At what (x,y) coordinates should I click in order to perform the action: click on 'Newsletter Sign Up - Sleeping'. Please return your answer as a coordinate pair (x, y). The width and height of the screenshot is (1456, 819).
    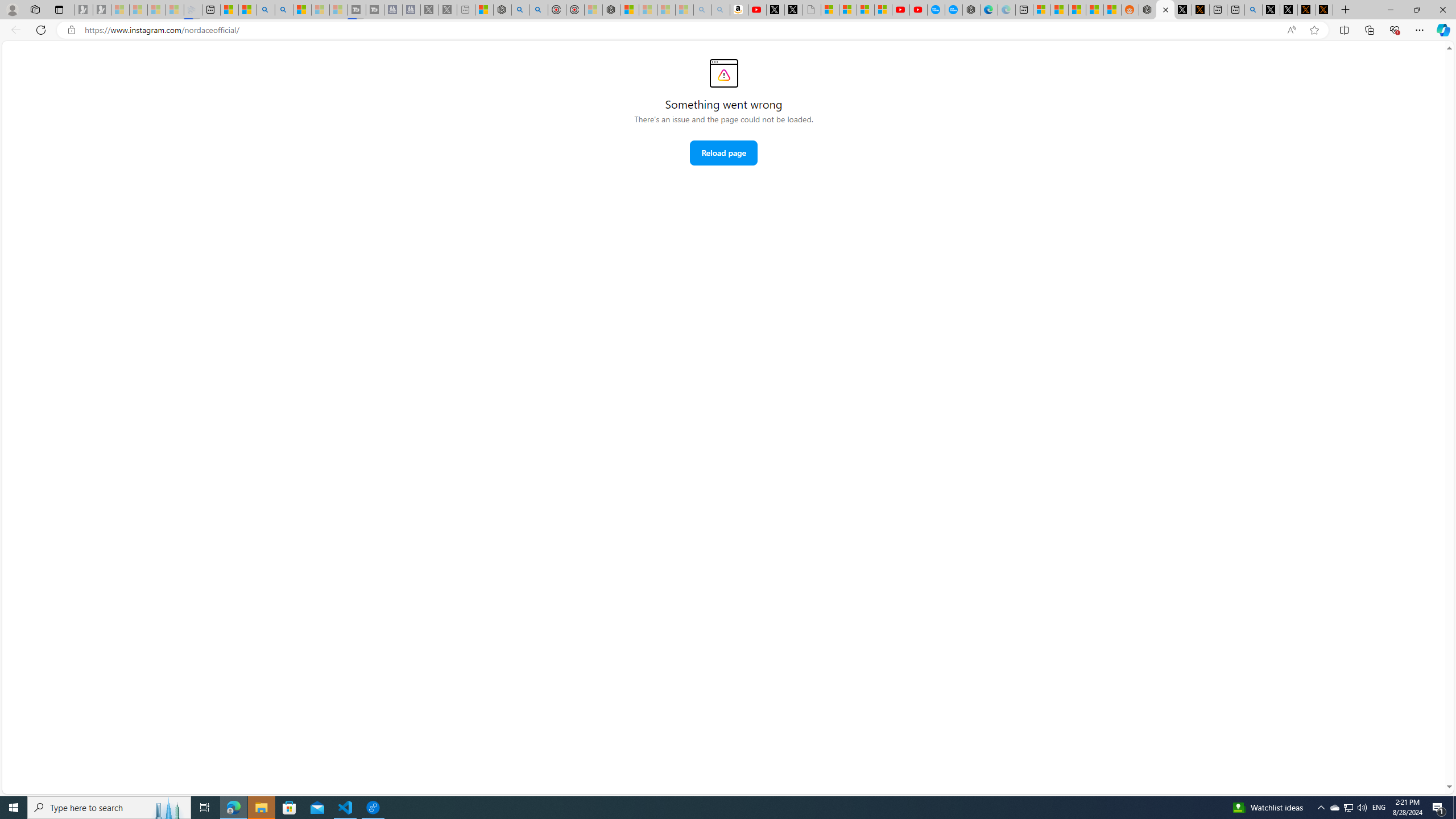
    Looking at the image, I should click on (102, 9).